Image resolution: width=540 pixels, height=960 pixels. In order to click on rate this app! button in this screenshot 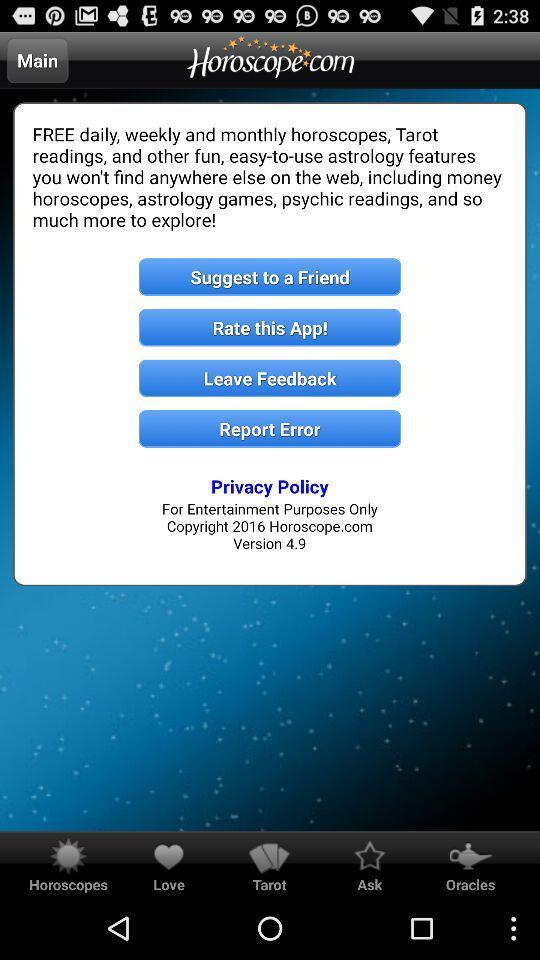, I will do `click(270, 327)`.